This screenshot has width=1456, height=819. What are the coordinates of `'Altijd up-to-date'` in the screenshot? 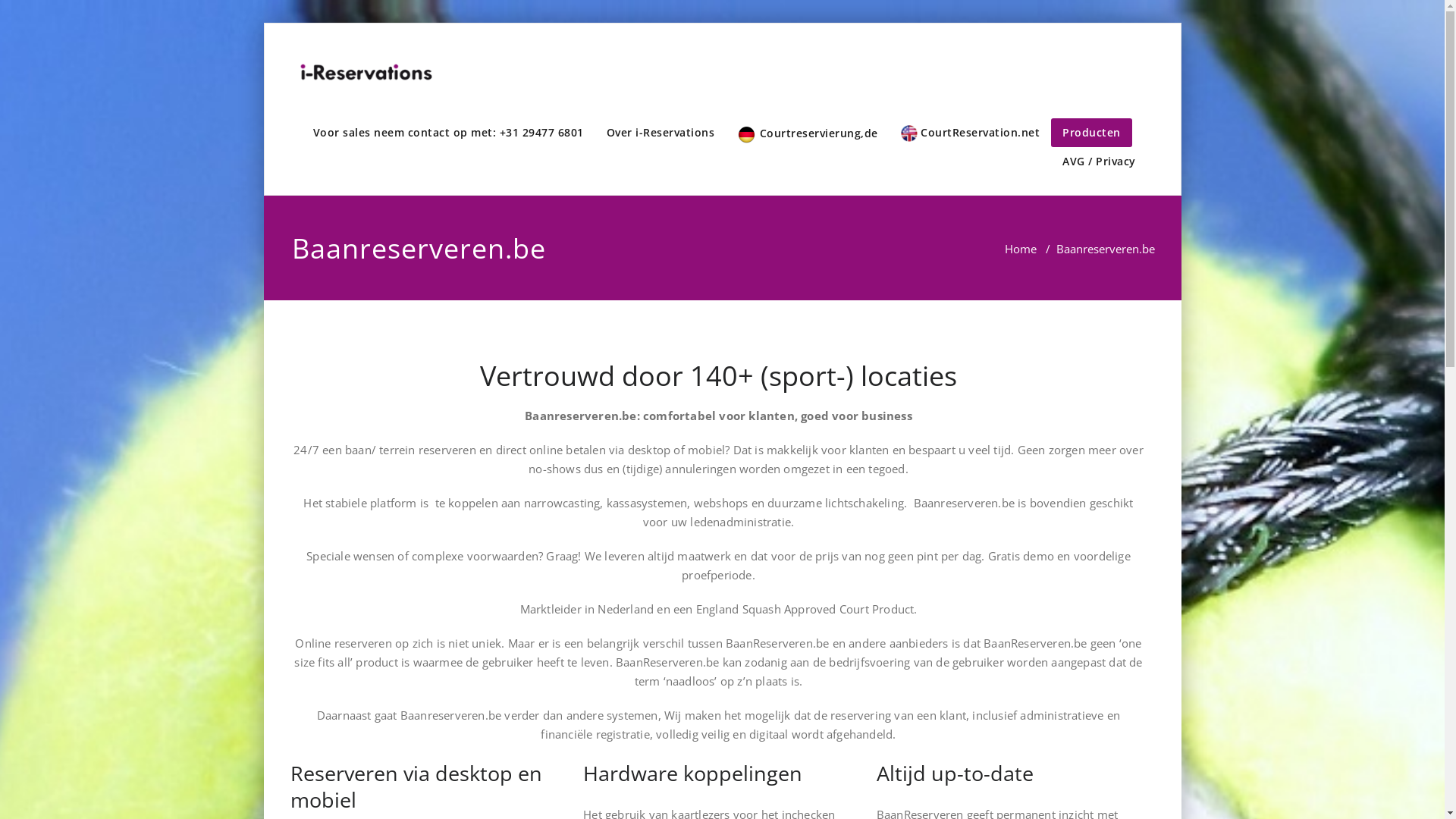 It's located at (954, 773).